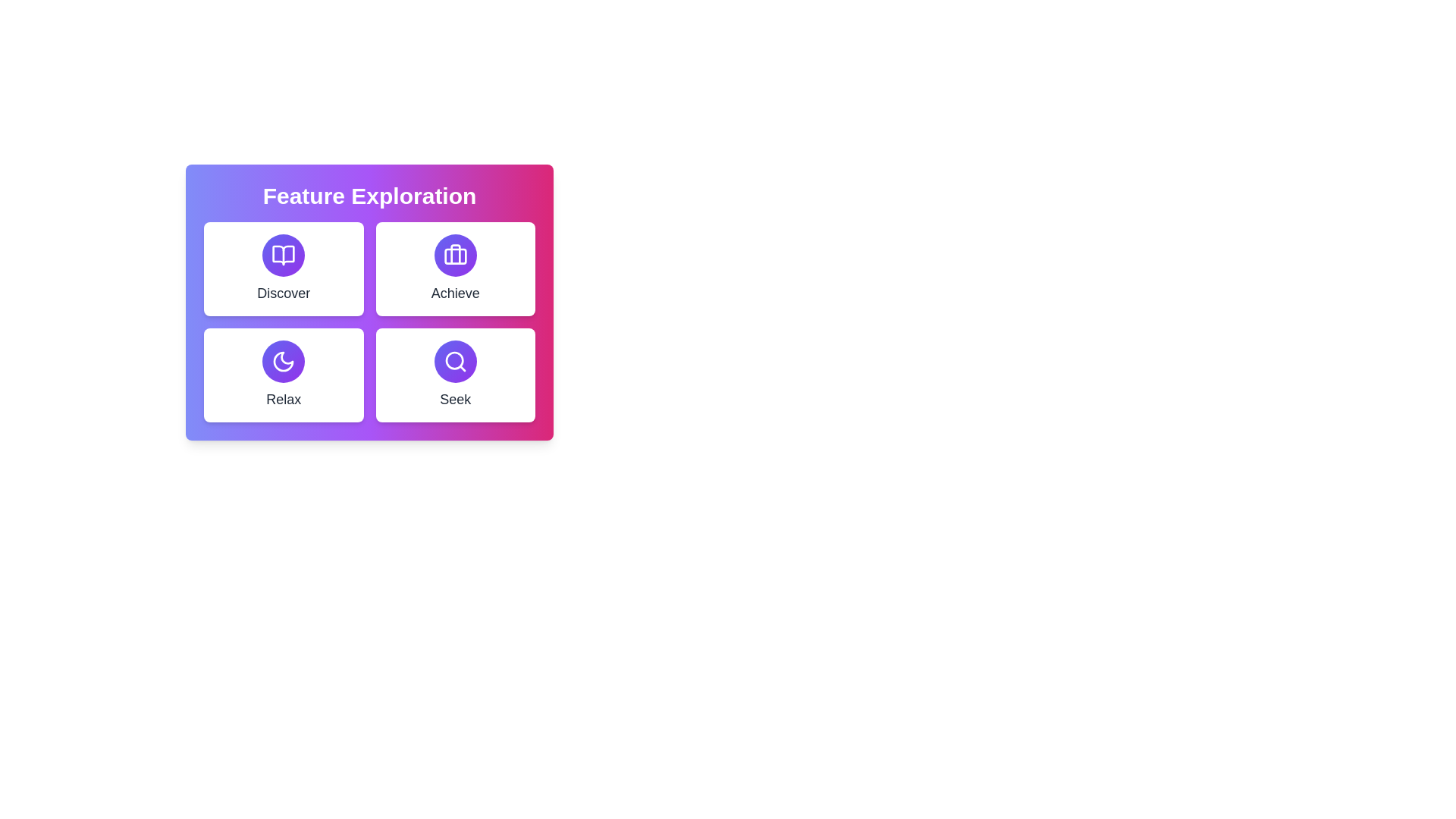  I want to click on the central 'Relax' button, so click(284, 362).